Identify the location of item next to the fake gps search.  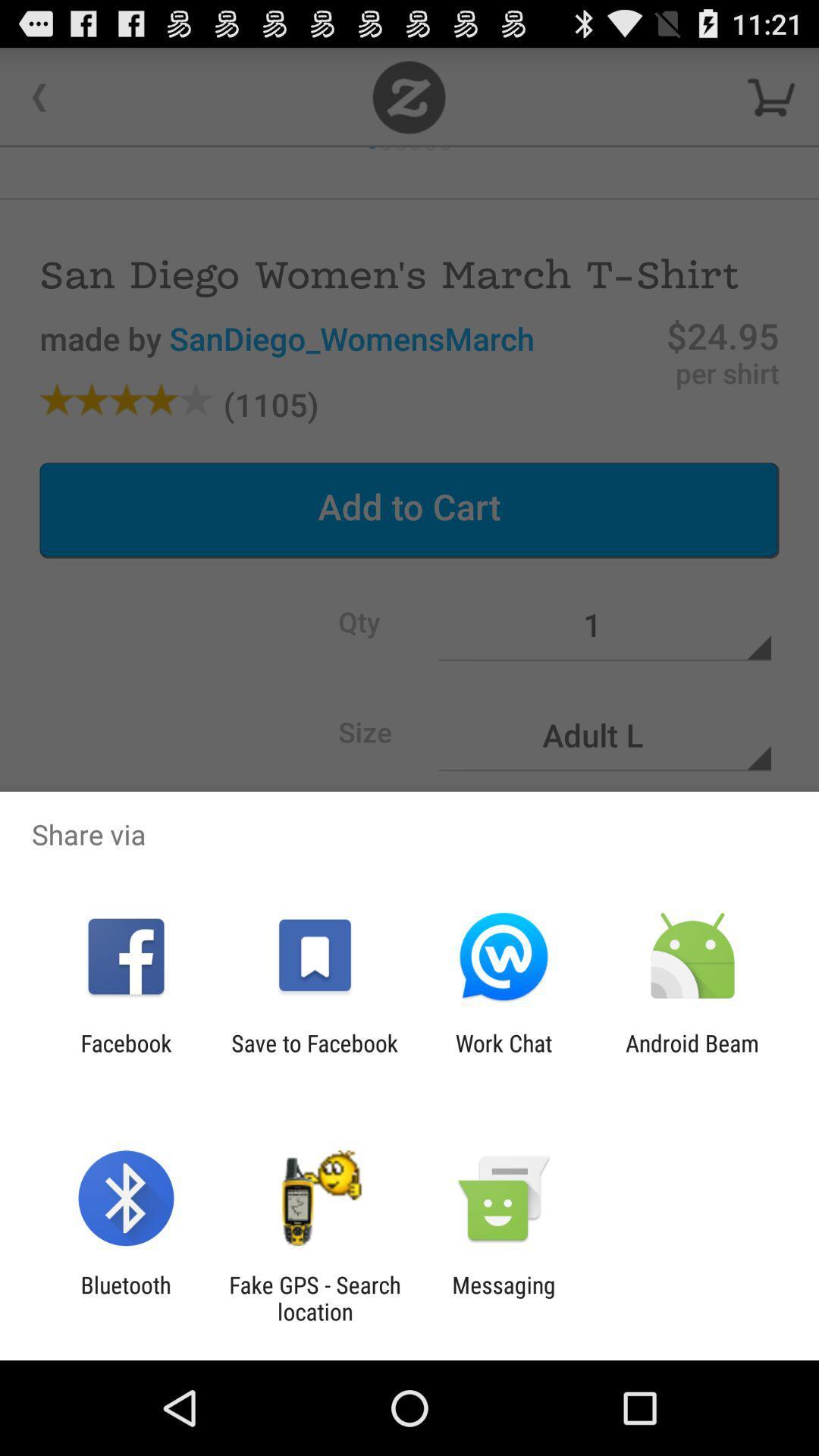
(125, 1298).